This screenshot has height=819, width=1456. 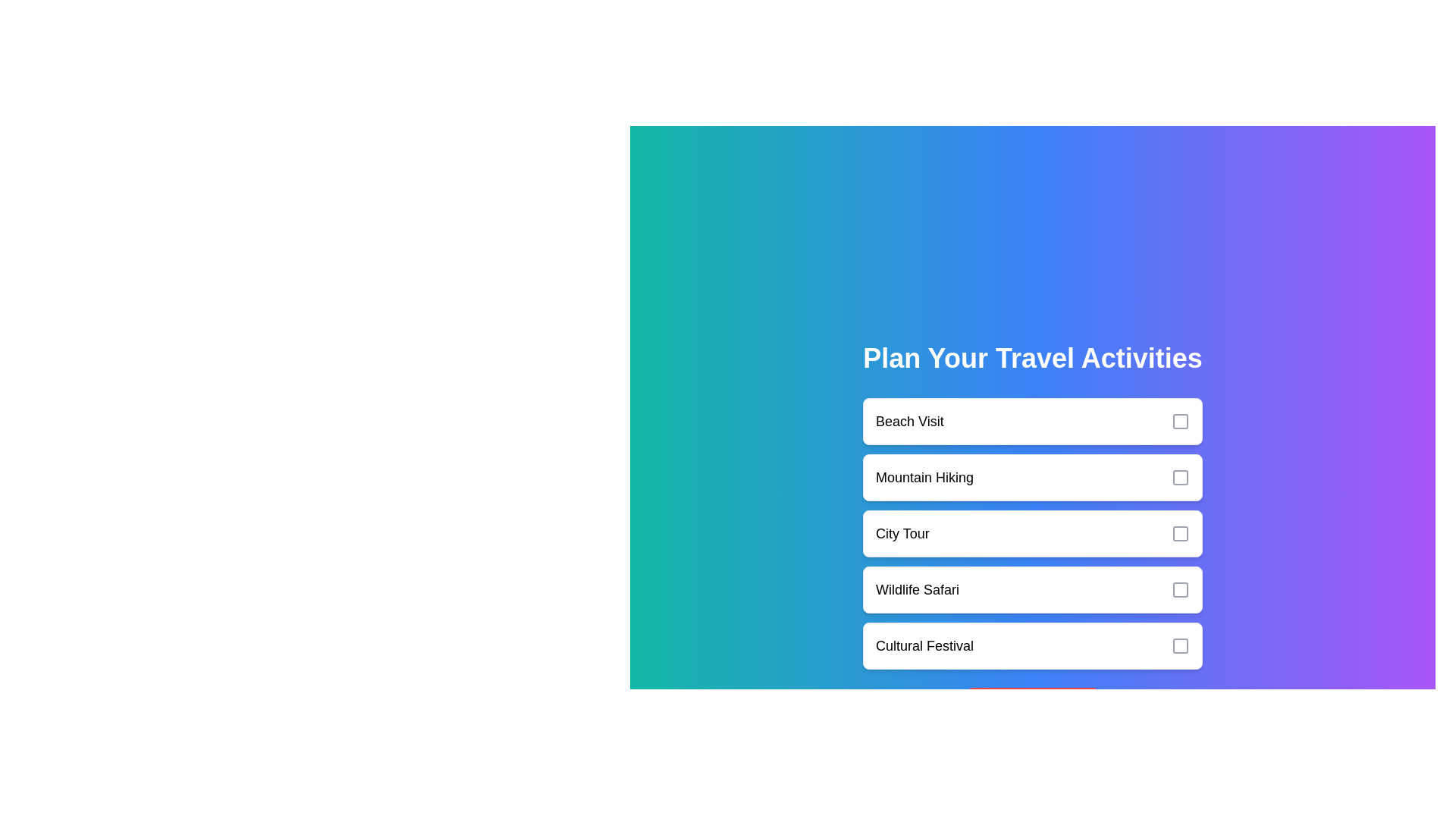 I want to click on the activity City Tour to observe the hover effect, so click(x=1032, y=533).